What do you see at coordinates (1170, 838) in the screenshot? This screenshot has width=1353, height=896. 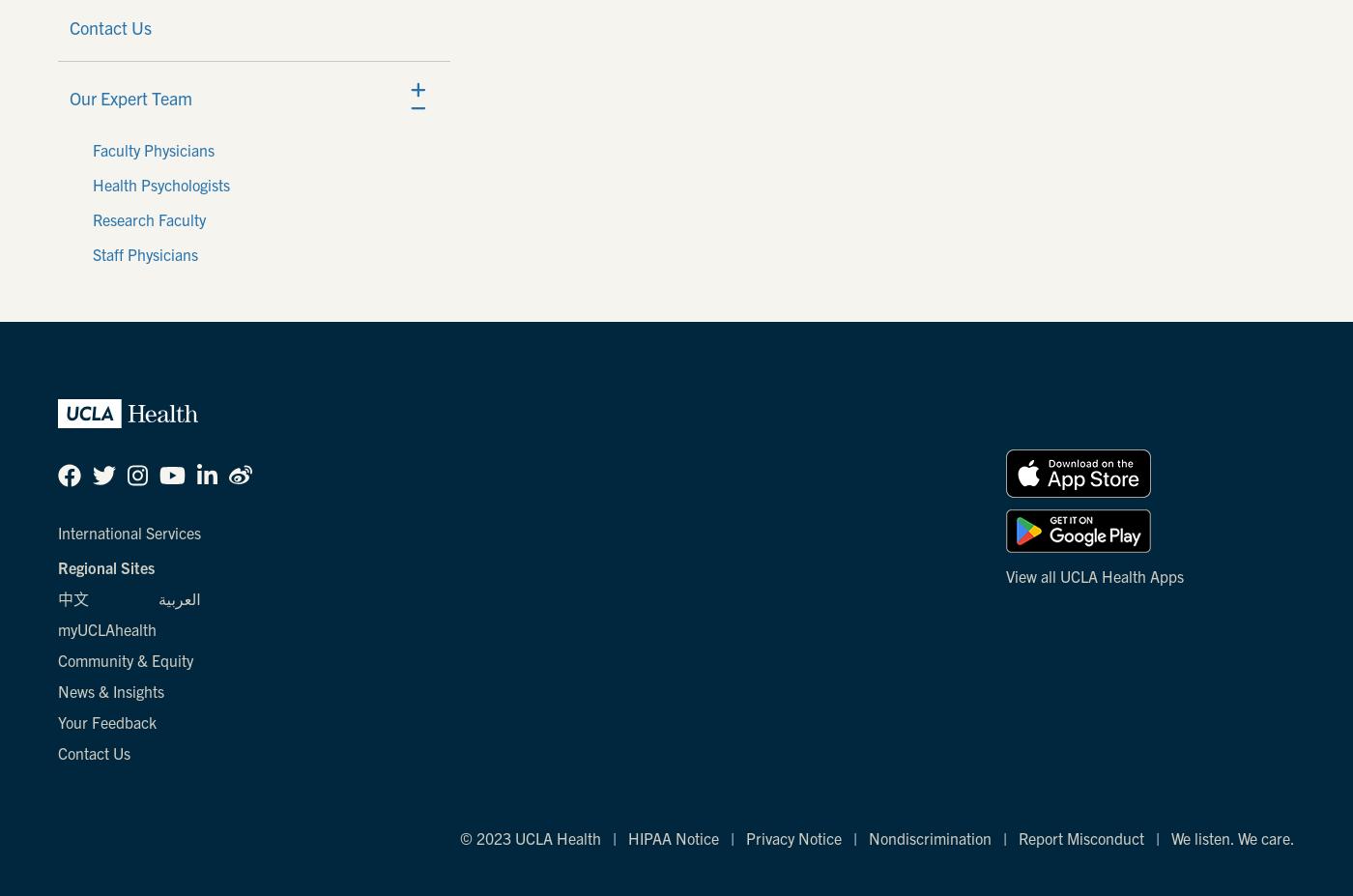 I see `'We listen. We care.'` at bounding box center [1170, 838].